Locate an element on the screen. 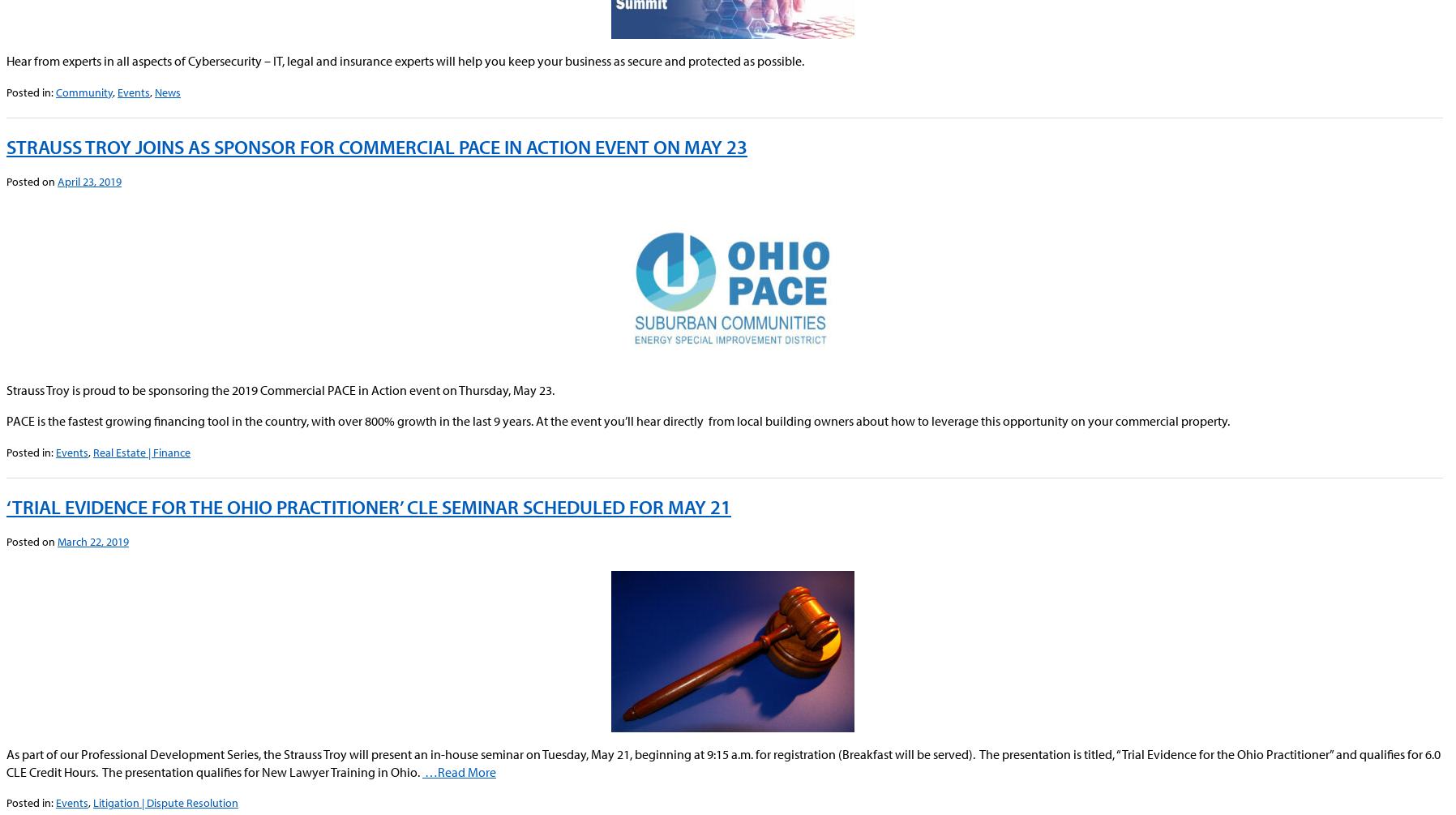  'Strauss Troy is proud to be sponsoring the 2019 Commercial PACE in Action event on Thursday, May 23.' is located at coordinates (6, 388).